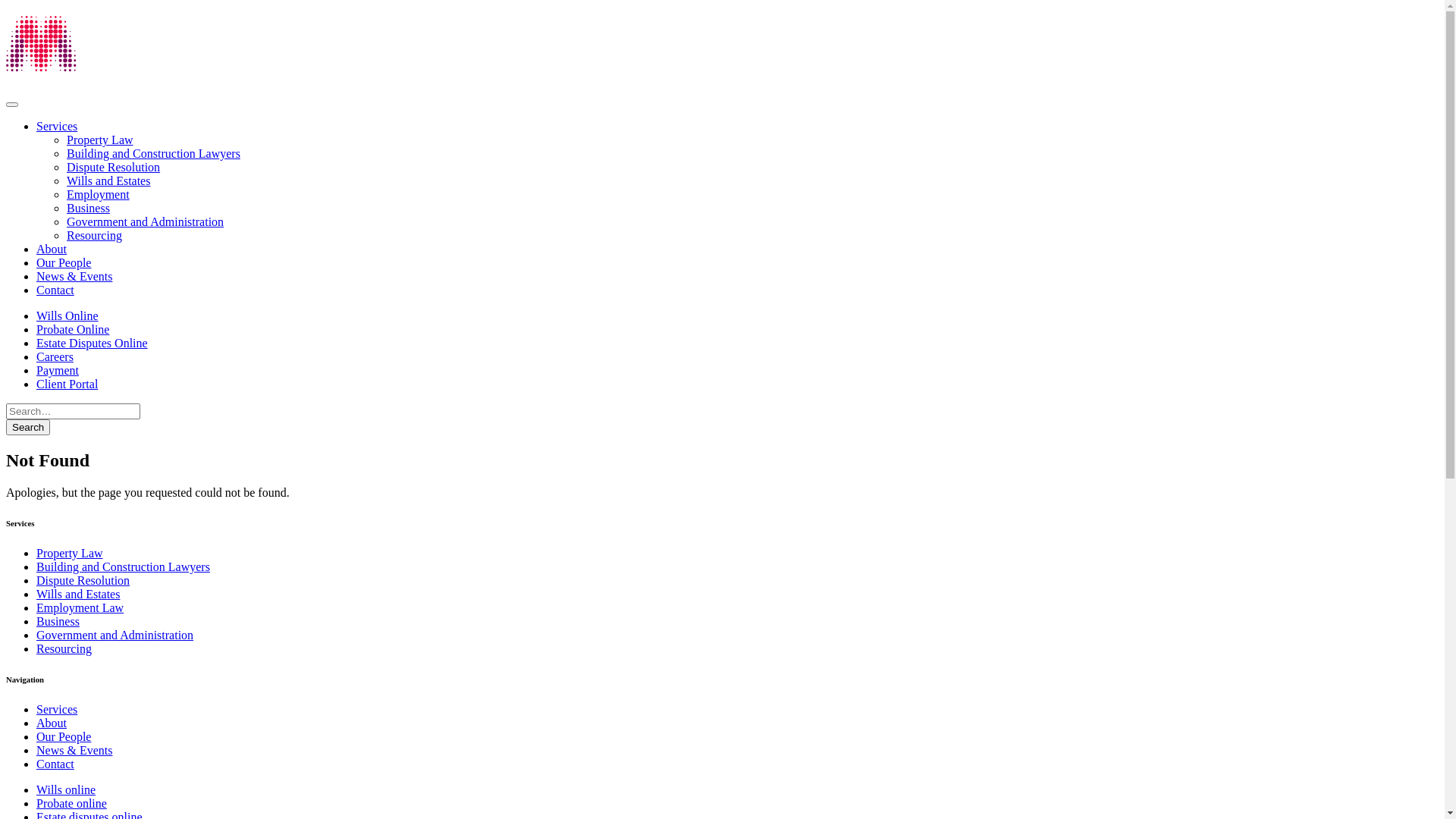  Describe the element at coordinates (28, 427) in the screenshot. I see `'Search'` at that location.